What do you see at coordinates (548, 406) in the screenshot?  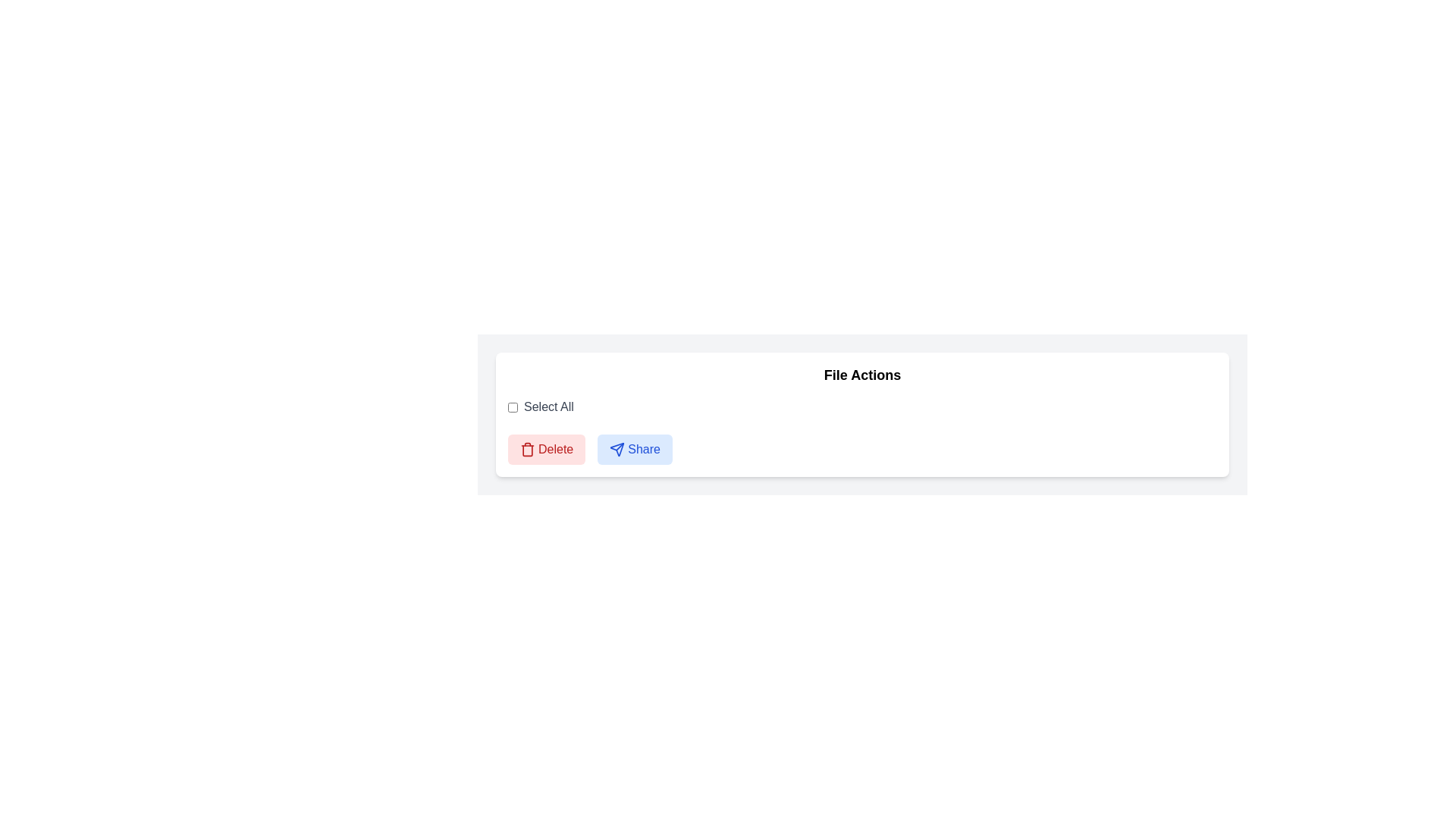 I see `the label that indicates the checkbox for selecting all relevant items, positioned to the immediate right of the checkbox in the top-left region of the card-like panel` at bounding box center [548, 406].